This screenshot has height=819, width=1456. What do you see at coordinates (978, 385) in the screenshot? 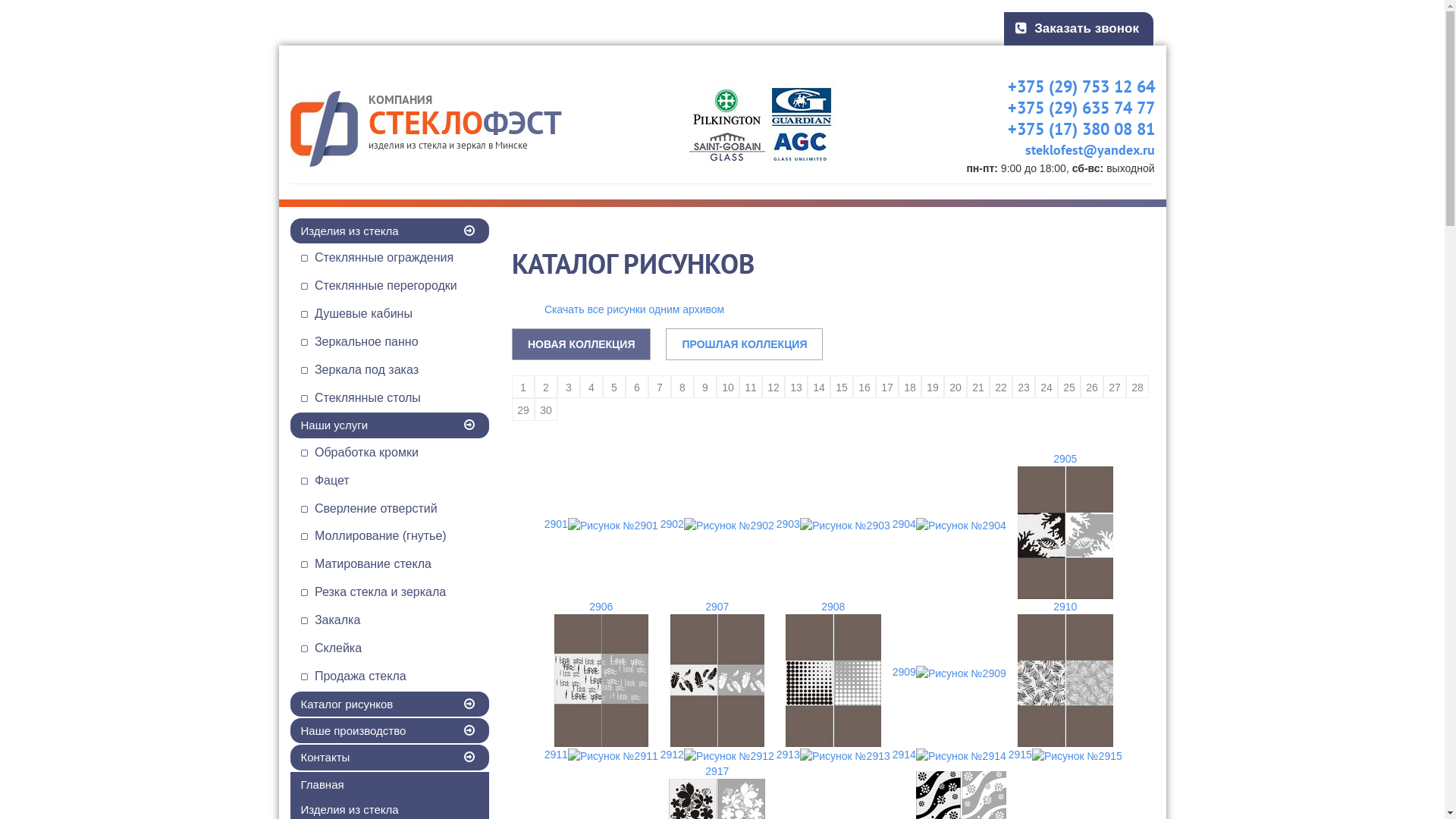
I see `'21'` at bounding box center [978, 385].